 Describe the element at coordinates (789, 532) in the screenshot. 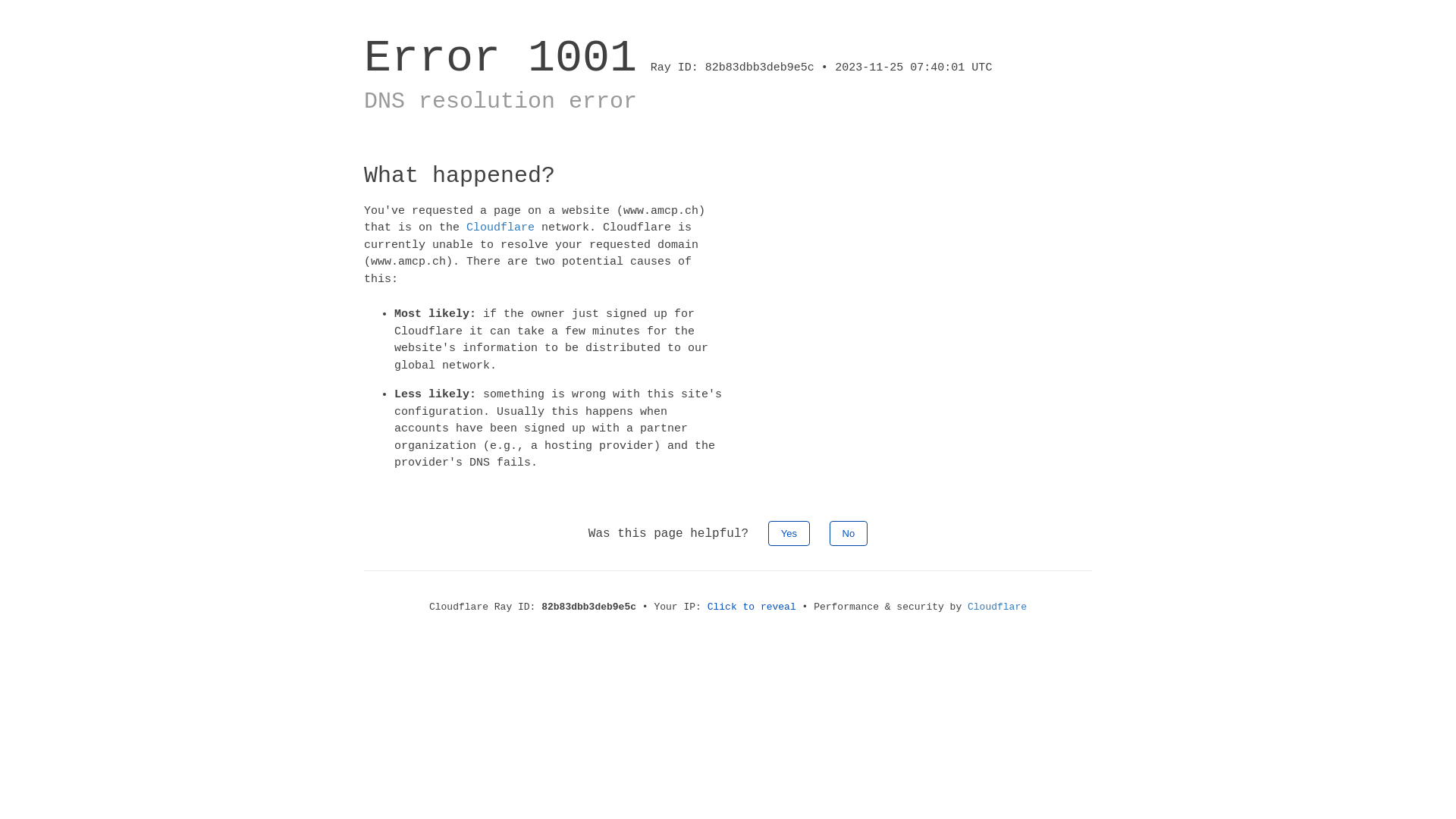

I see `'Yes'` at that location.